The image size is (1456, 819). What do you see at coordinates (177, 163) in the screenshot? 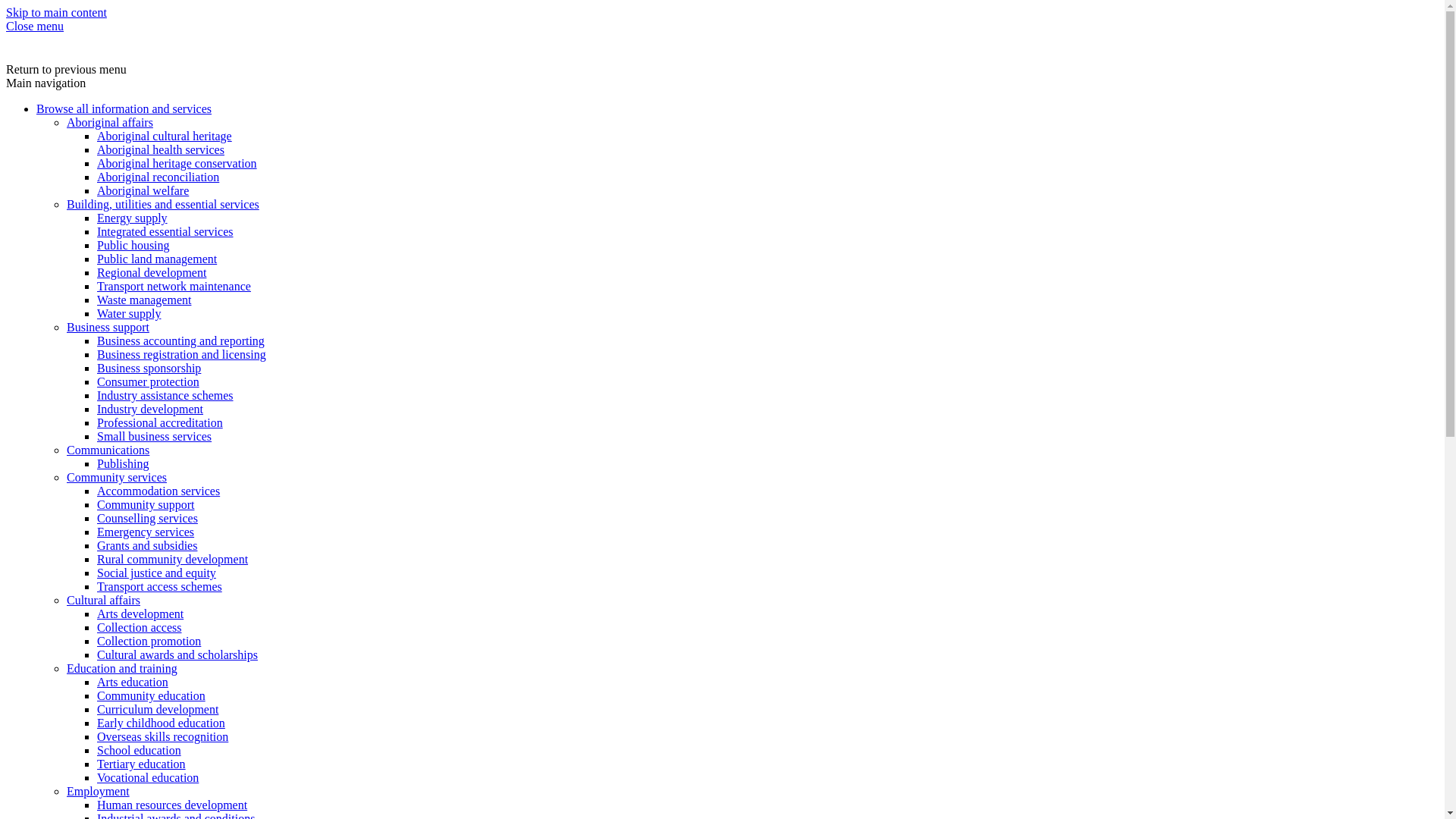
I see `'Aboriginal heritage conservation'` at bounding box center [177, 163].